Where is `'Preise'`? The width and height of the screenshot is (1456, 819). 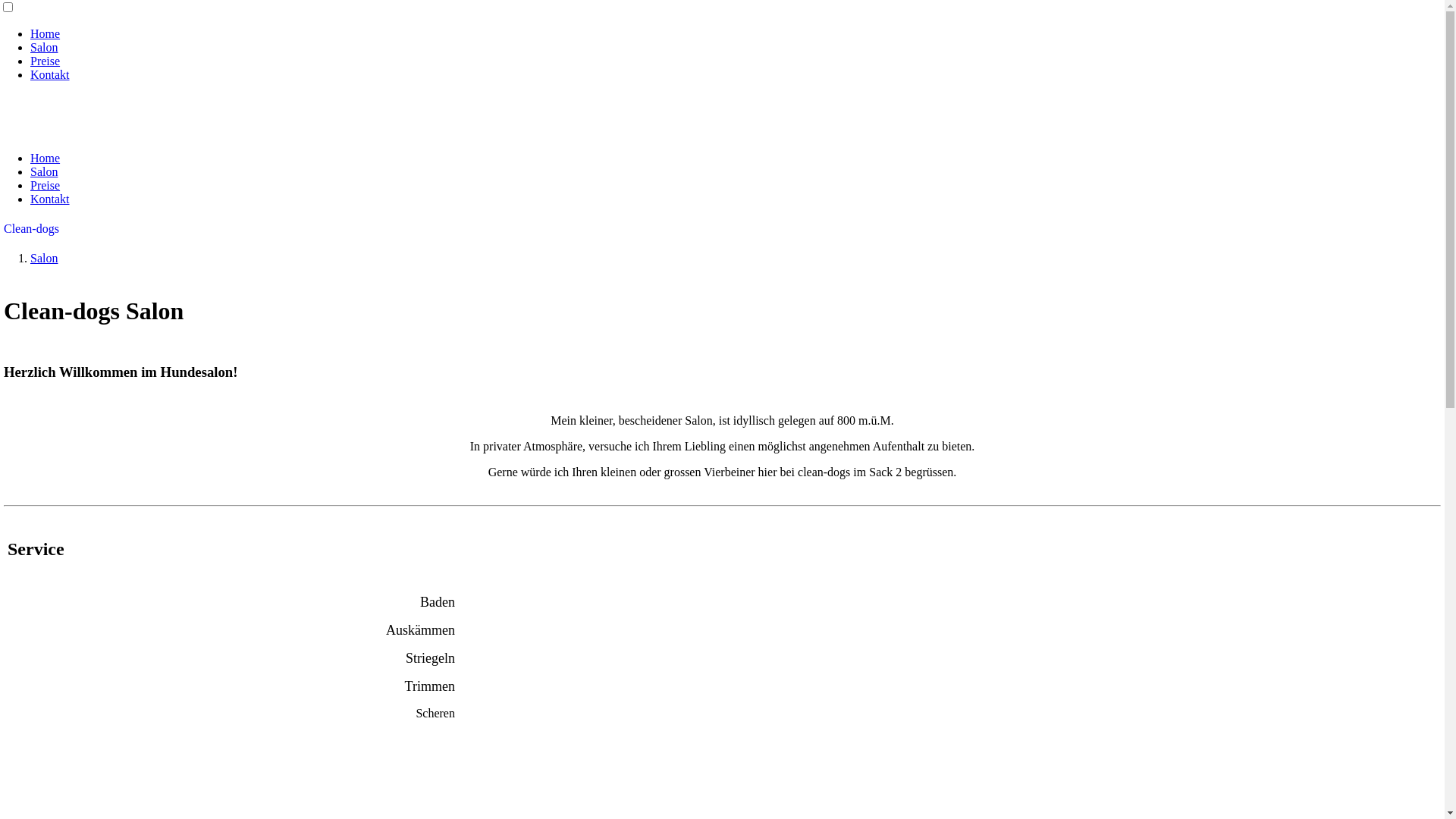 'Preise' is located at coordinates (45, 184).